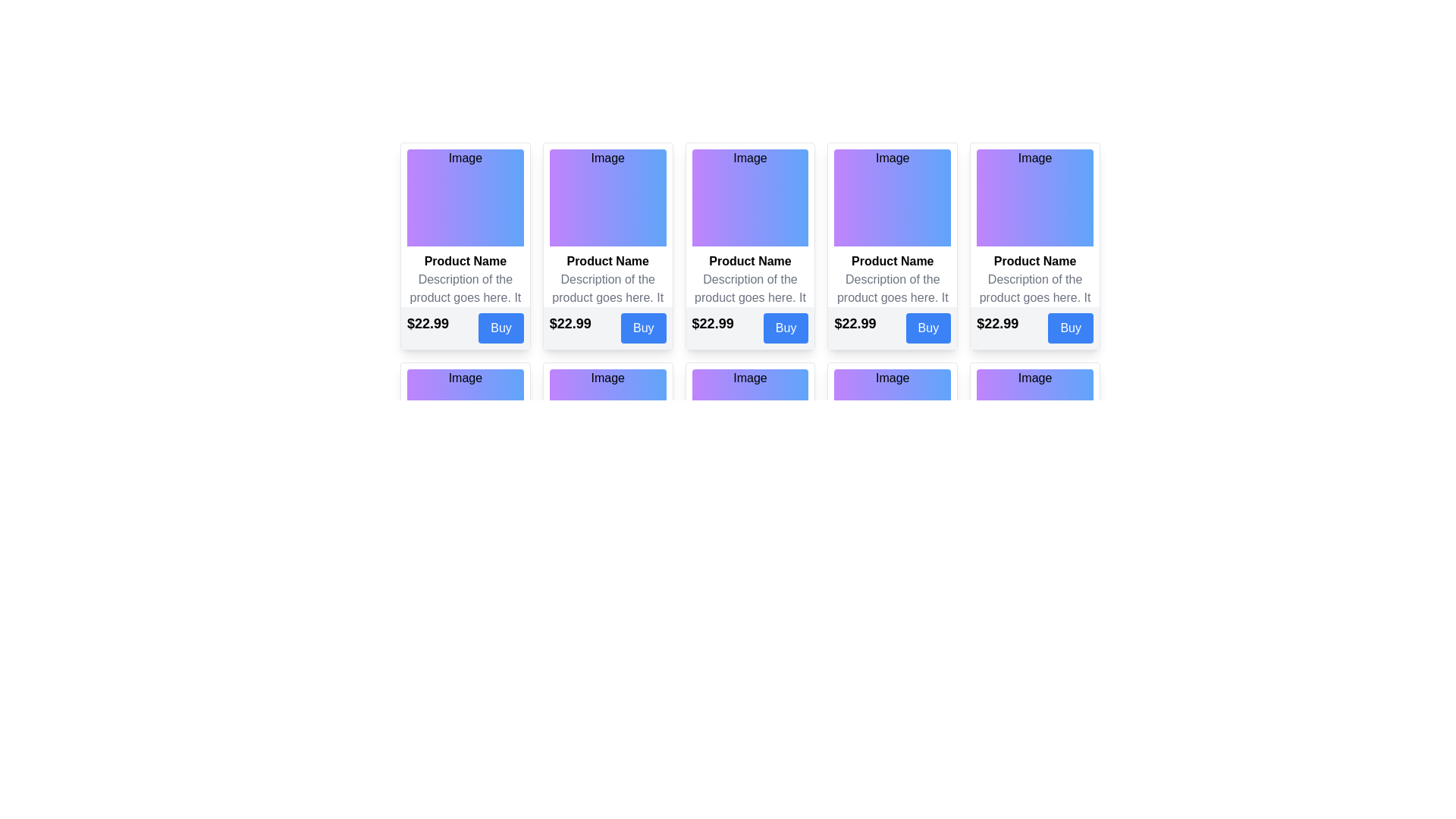  Describe the element at coordinates (750, 307) in the screenshot. I see `the text block that provides a description of the product, located below 'Product Name' and above the price and 'Buy' button in the third column of the product card layout` at that location.